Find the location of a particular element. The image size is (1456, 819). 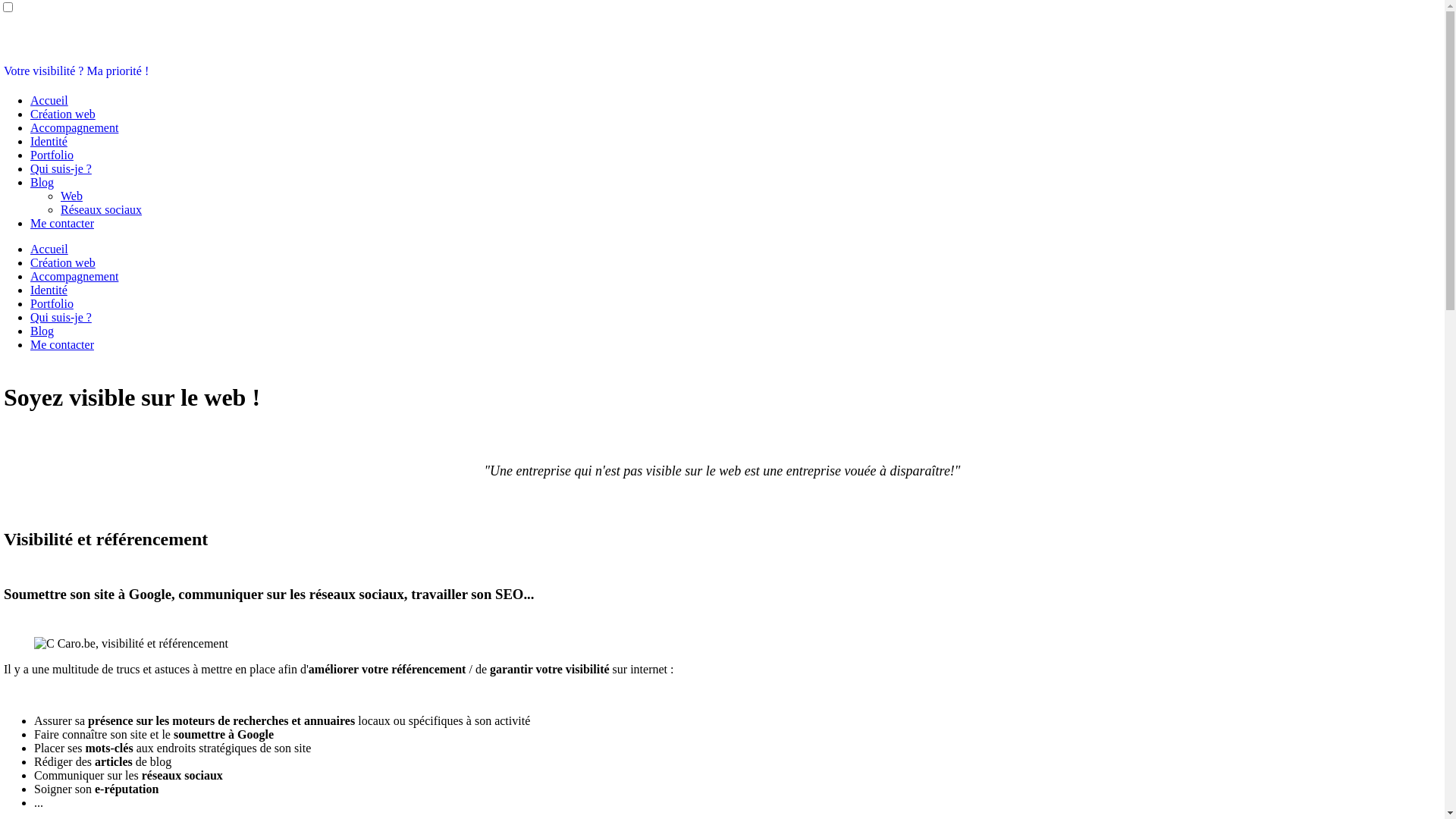

'Blog' is located at coordinates (42, 181).